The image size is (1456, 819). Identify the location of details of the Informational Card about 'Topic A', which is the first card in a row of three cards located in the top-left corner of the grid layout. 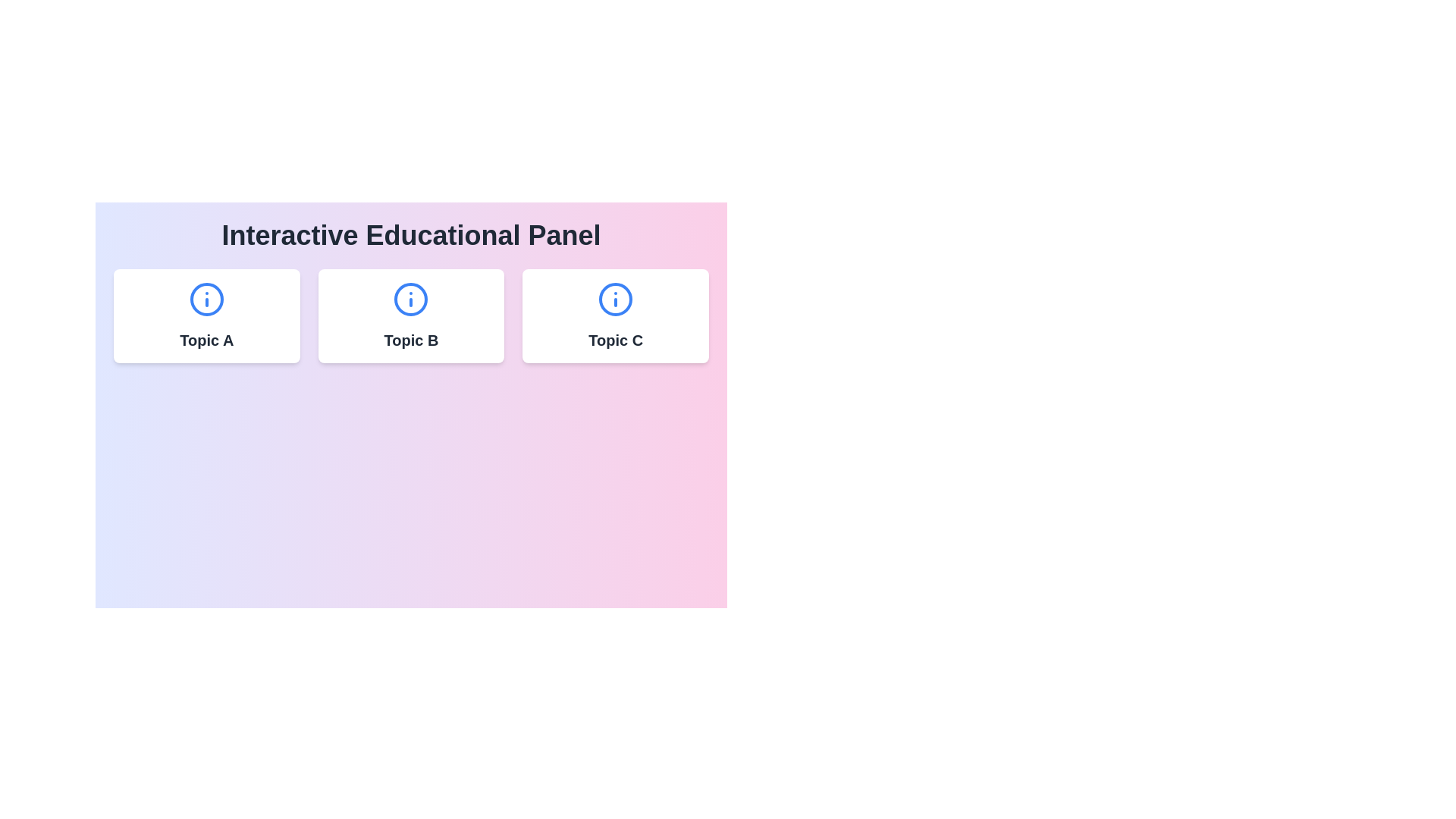
(206, 315).